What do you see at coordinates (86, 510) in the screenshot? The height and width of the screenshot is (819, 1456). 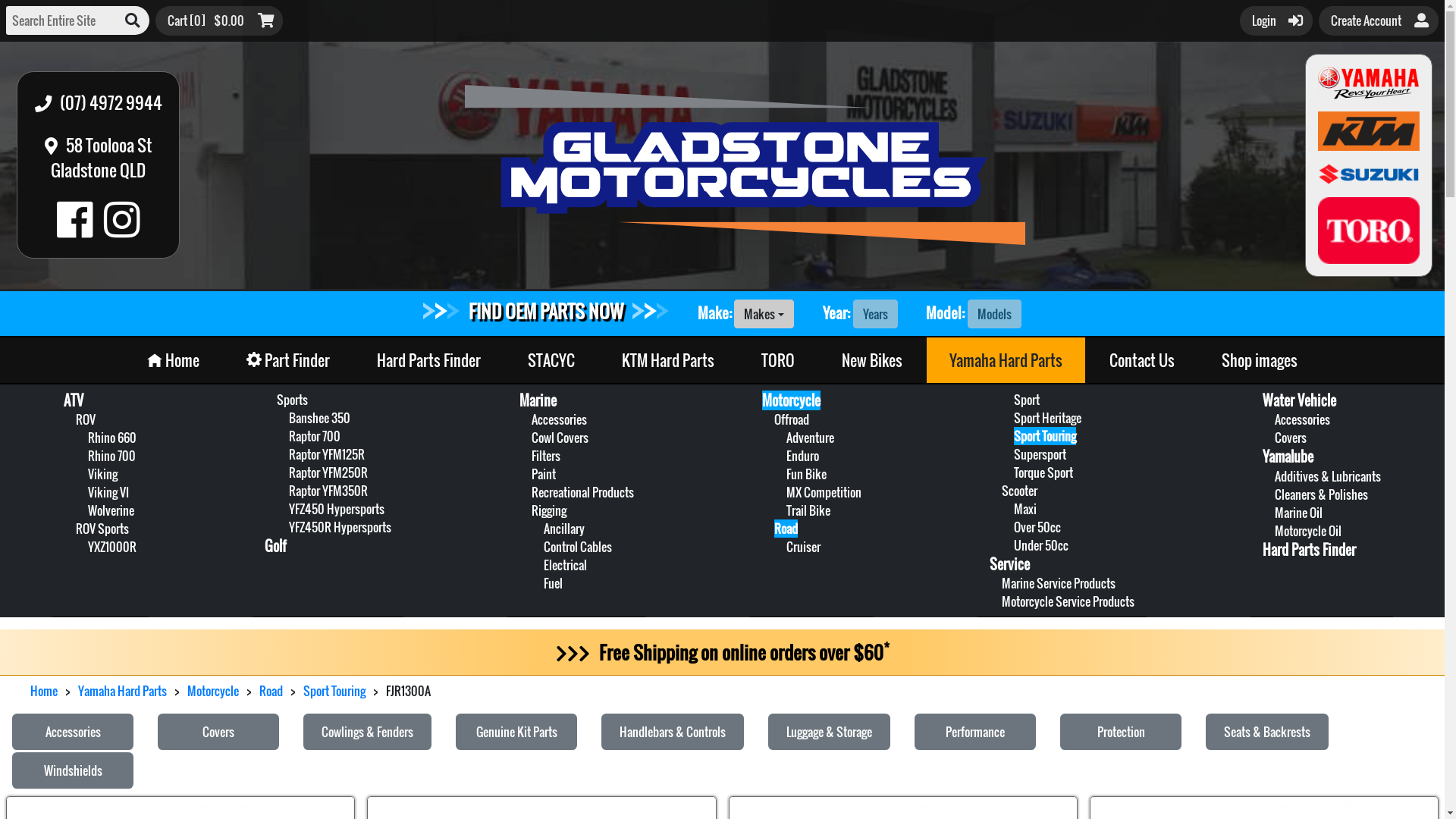 I see `'Wolverine'` at bounding box center [86, 510].